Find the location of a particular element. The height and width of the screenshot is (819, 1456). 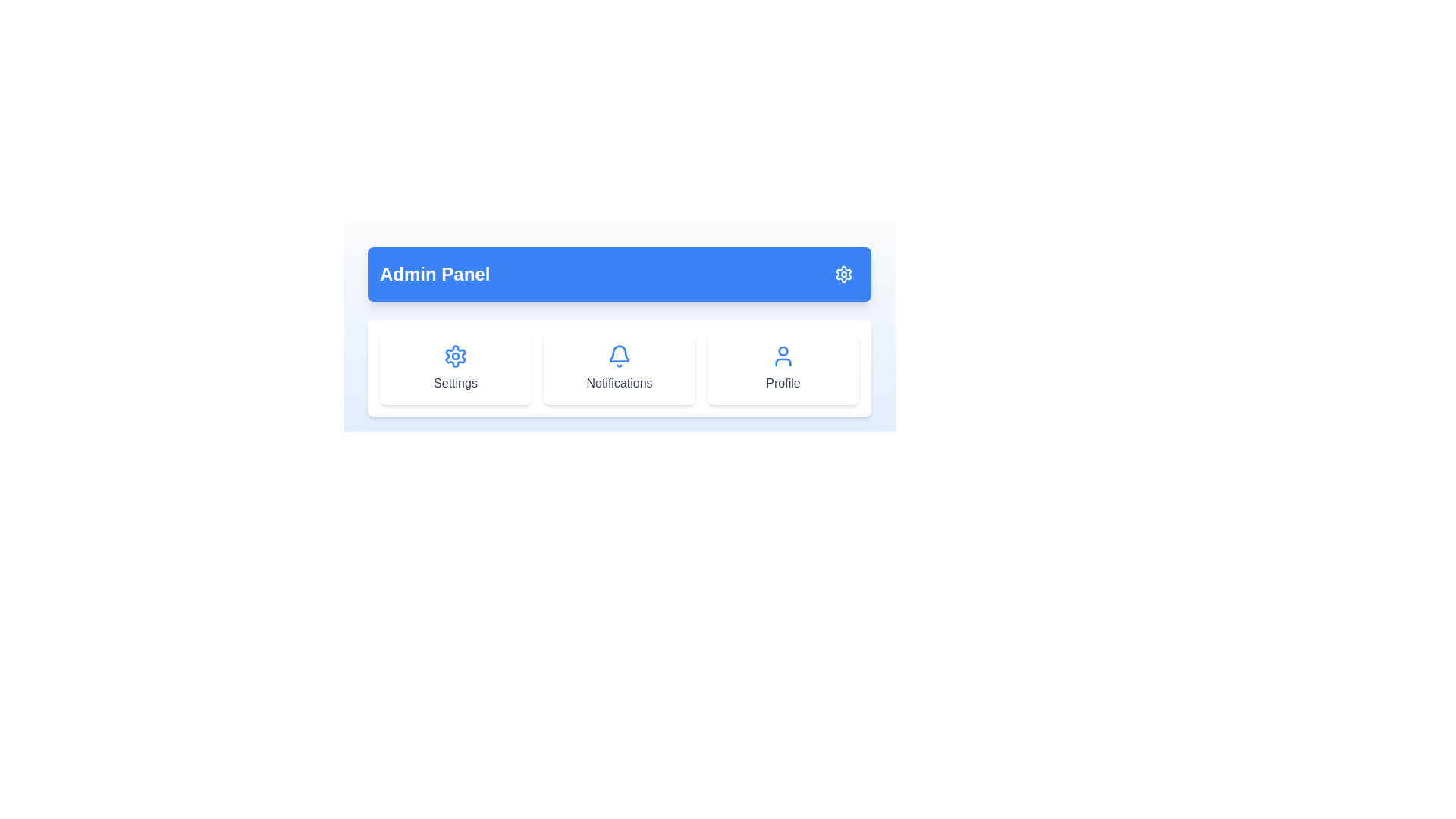

the header to interact with it is located at coordinates (619, 275).